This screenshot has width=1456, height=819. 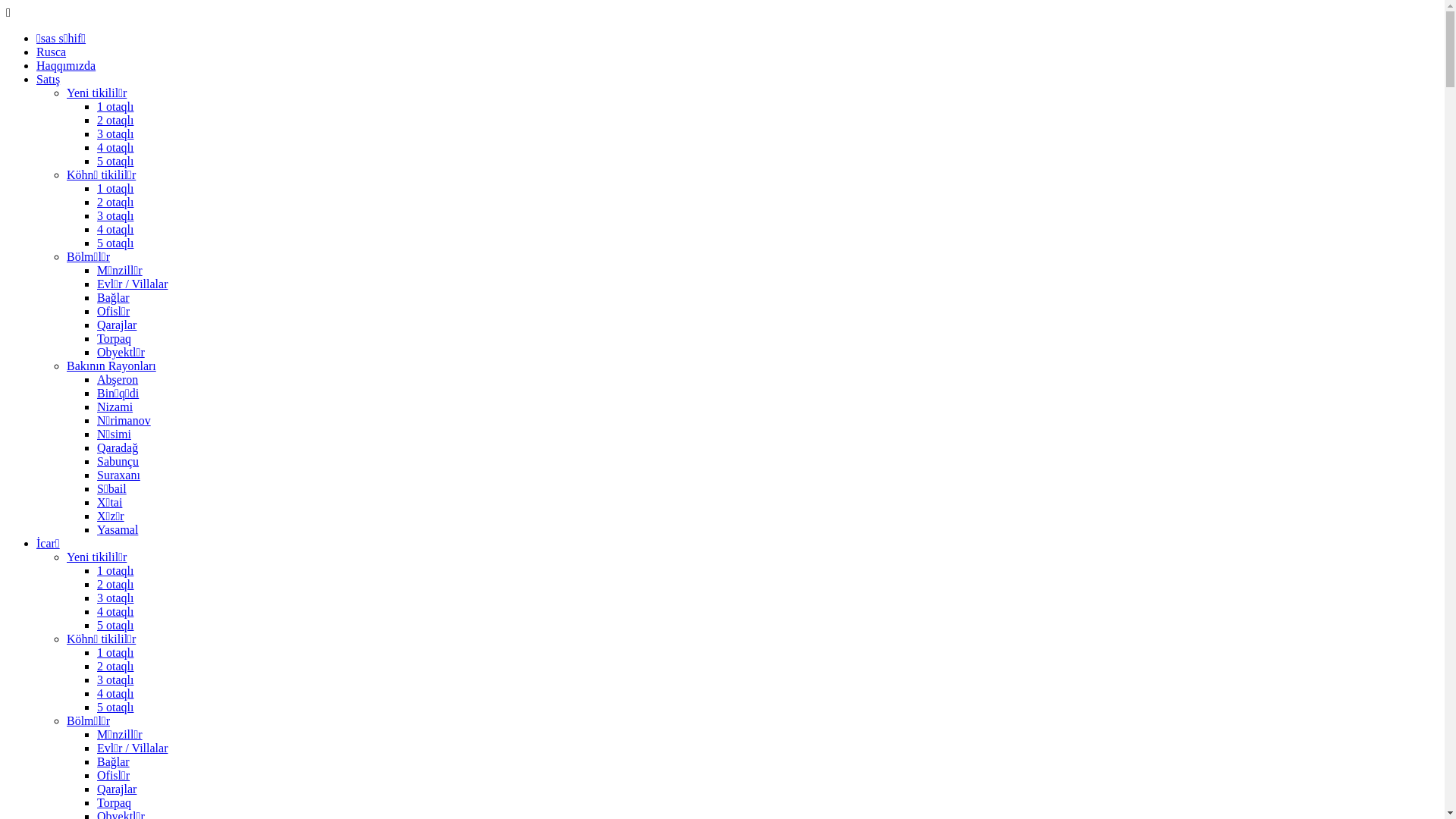 What do you see at coordinates (96, 788) in the screenshot?
I see `'Qarajlar'` at bounding box center [96, 788].